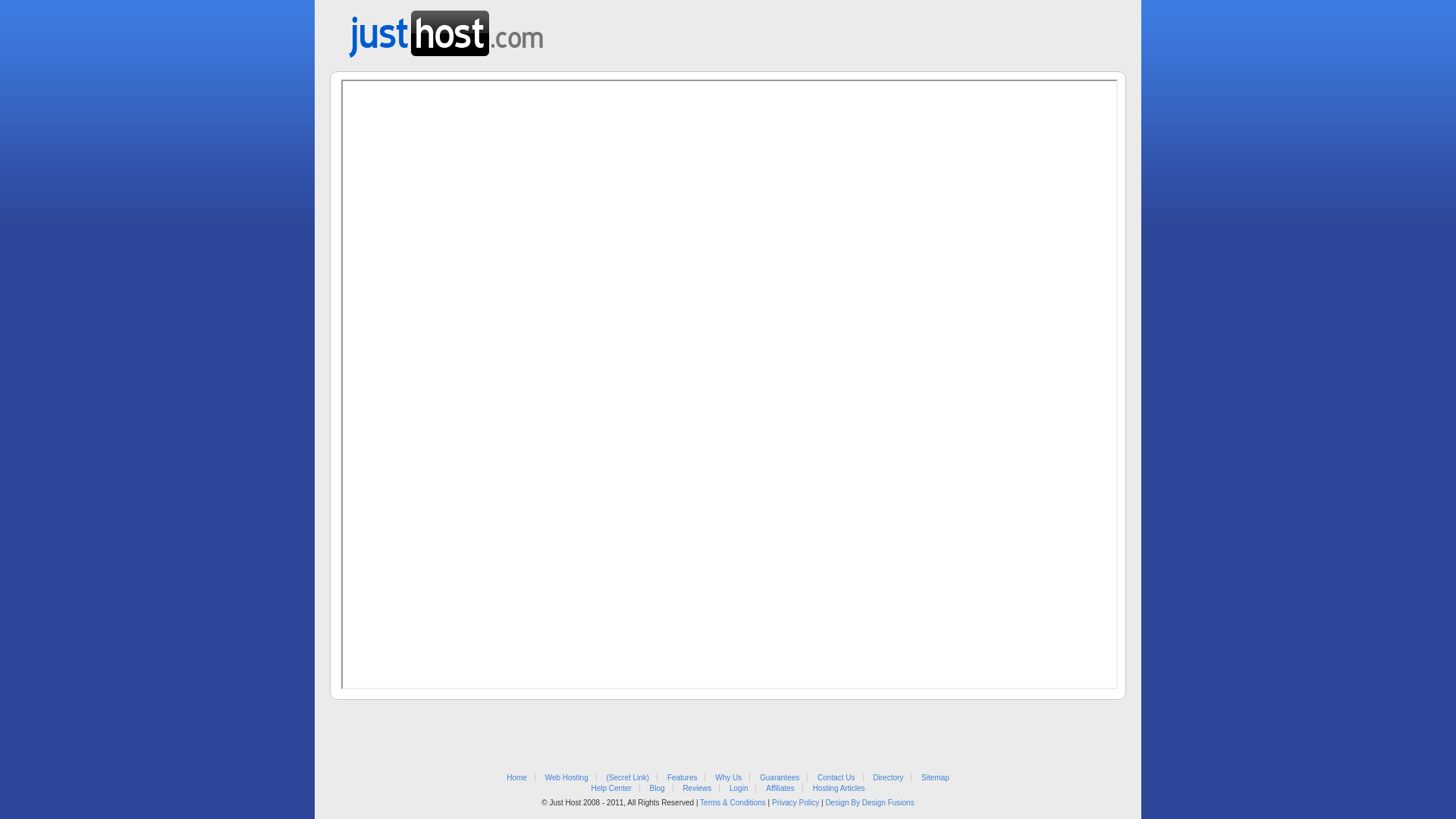  What do you see at coordinates (667, 777) in the screenshot?
I see `'Features'` at bounding box center [667, 777].